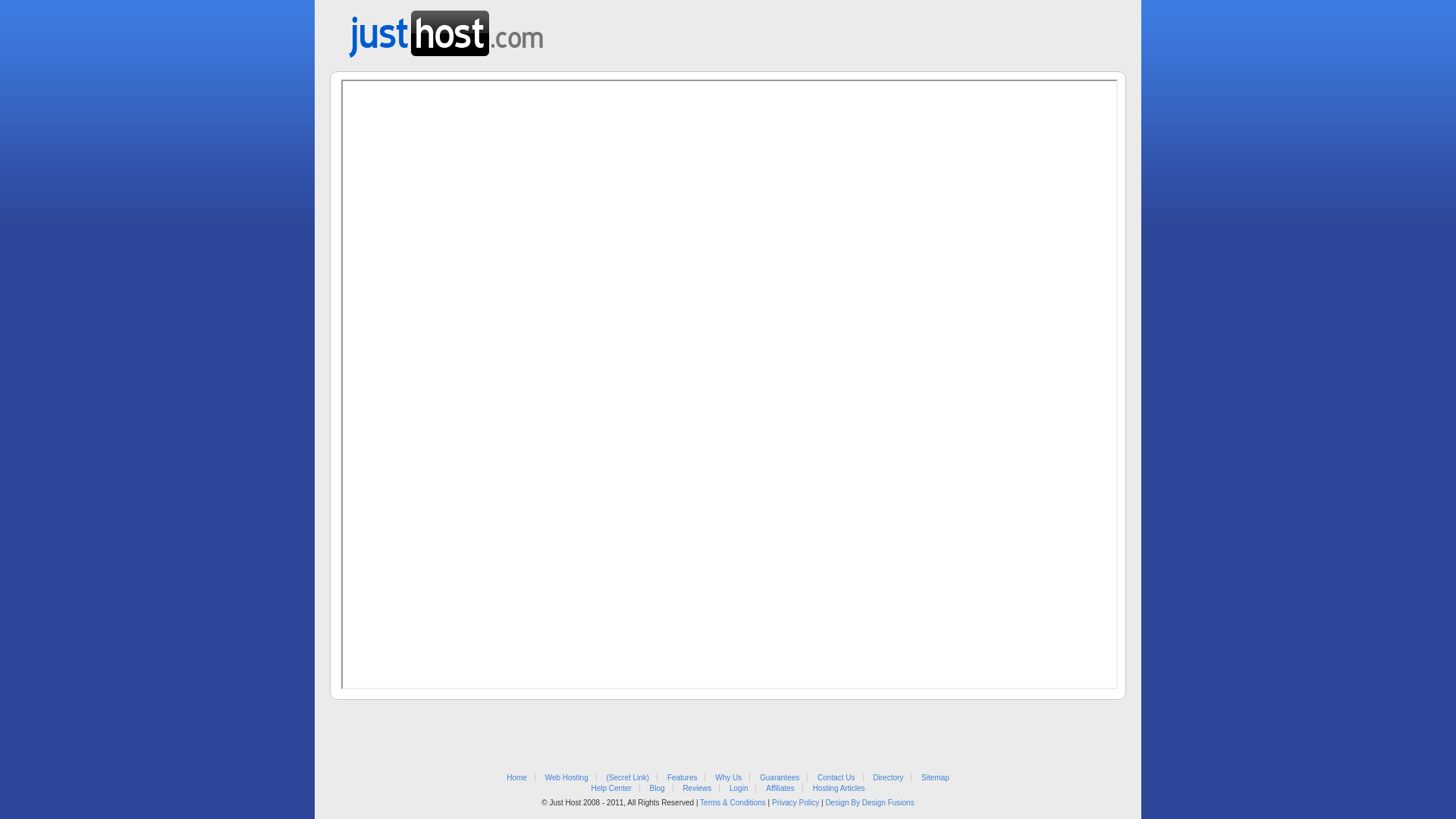  What do you see at coordinates (667, 777) in the screenshot?
I see `'Features'` at bounding box center [667, 777].